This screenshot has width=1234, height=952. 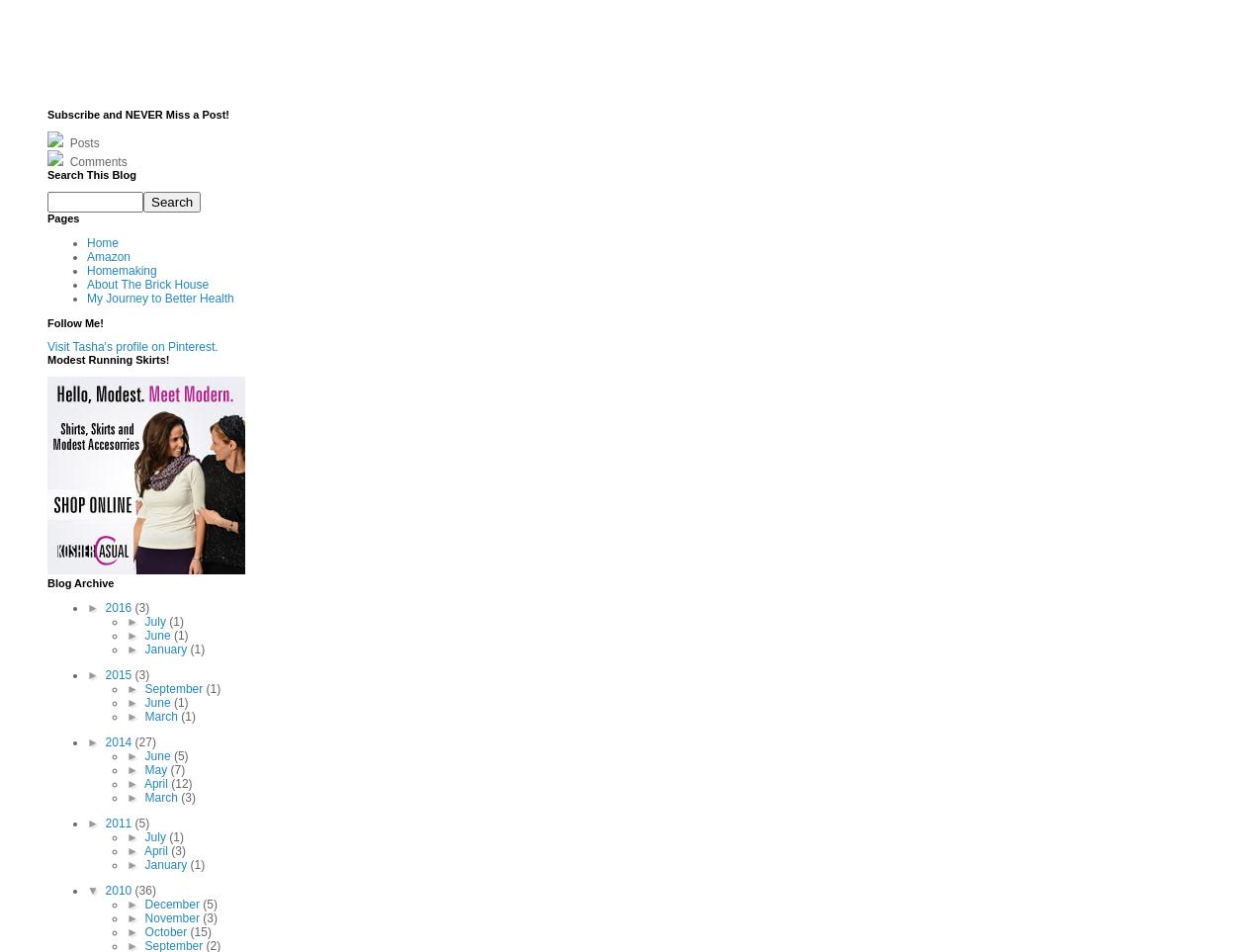 What do you see at coordinates (120, 673) in the screenshot?
I see `'2015'` at bounding box center [120, 673].